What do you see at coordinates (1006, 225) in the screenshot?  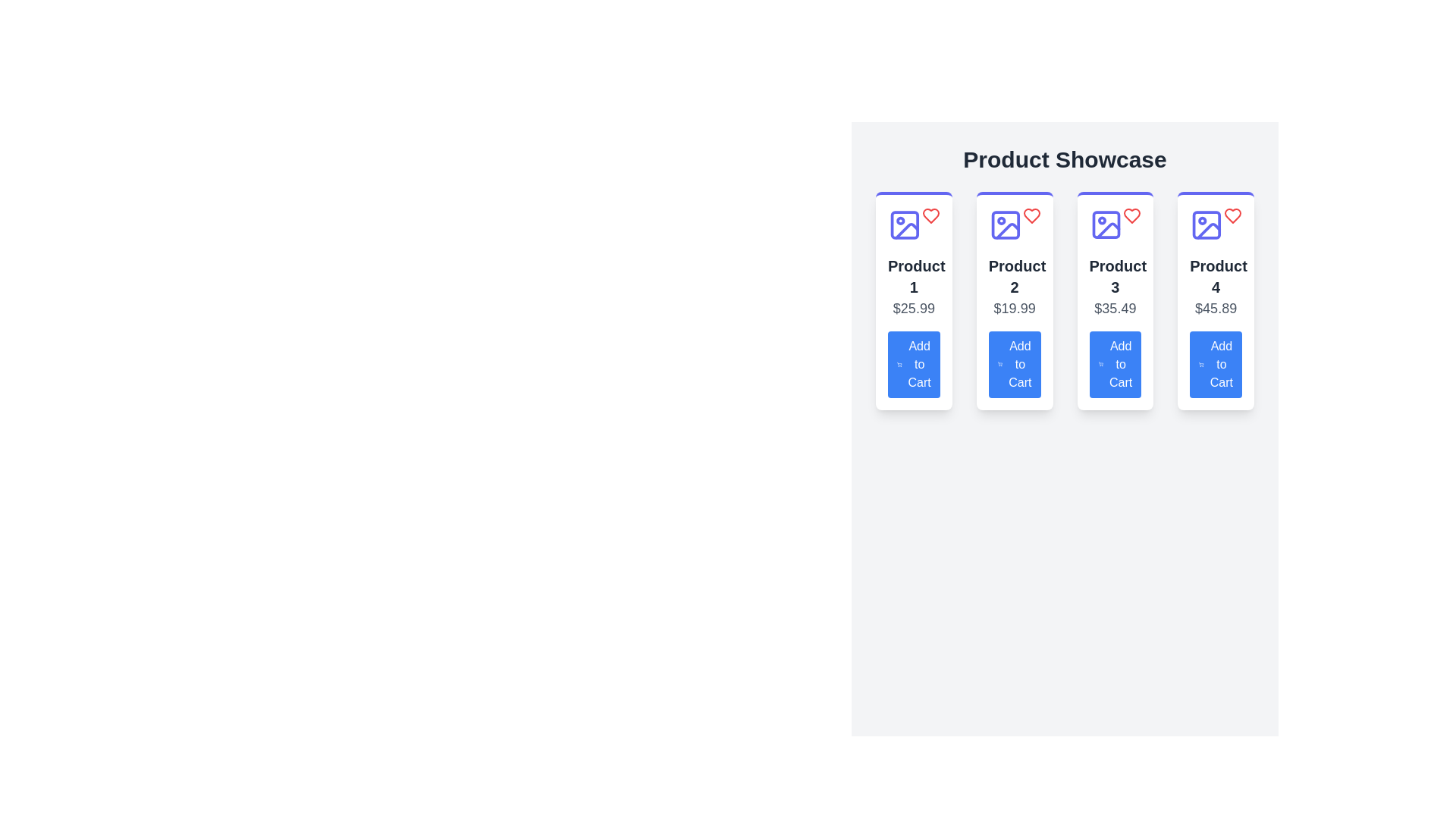 I see `the Image thumbnail icon with a purple outline located in the second product card labeled 'Product 2' in the product display interface` at bounding box center [1006, 225].